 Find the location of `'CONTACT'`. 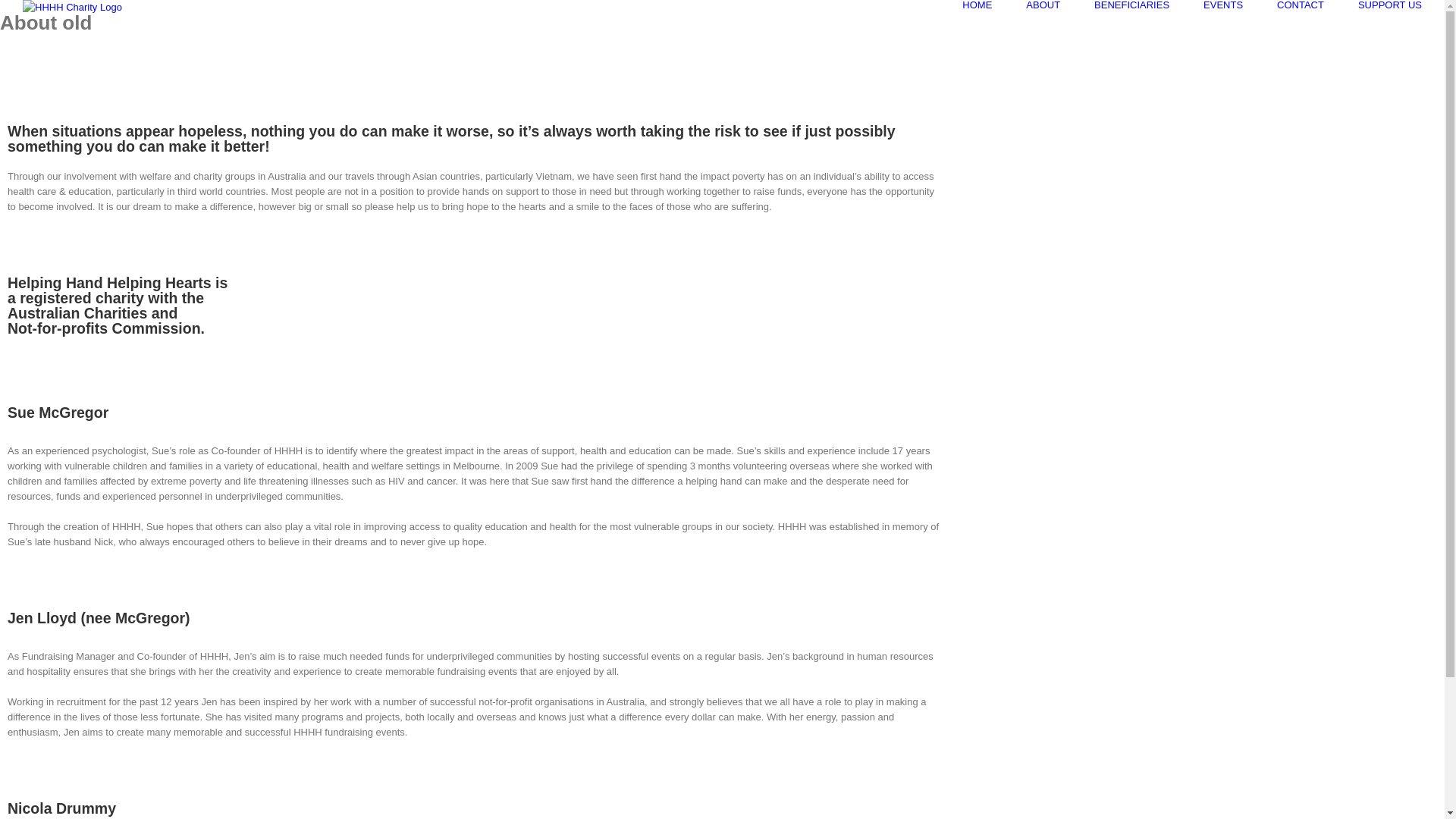

'CONTACT' is located at coordinates (1299, 5).